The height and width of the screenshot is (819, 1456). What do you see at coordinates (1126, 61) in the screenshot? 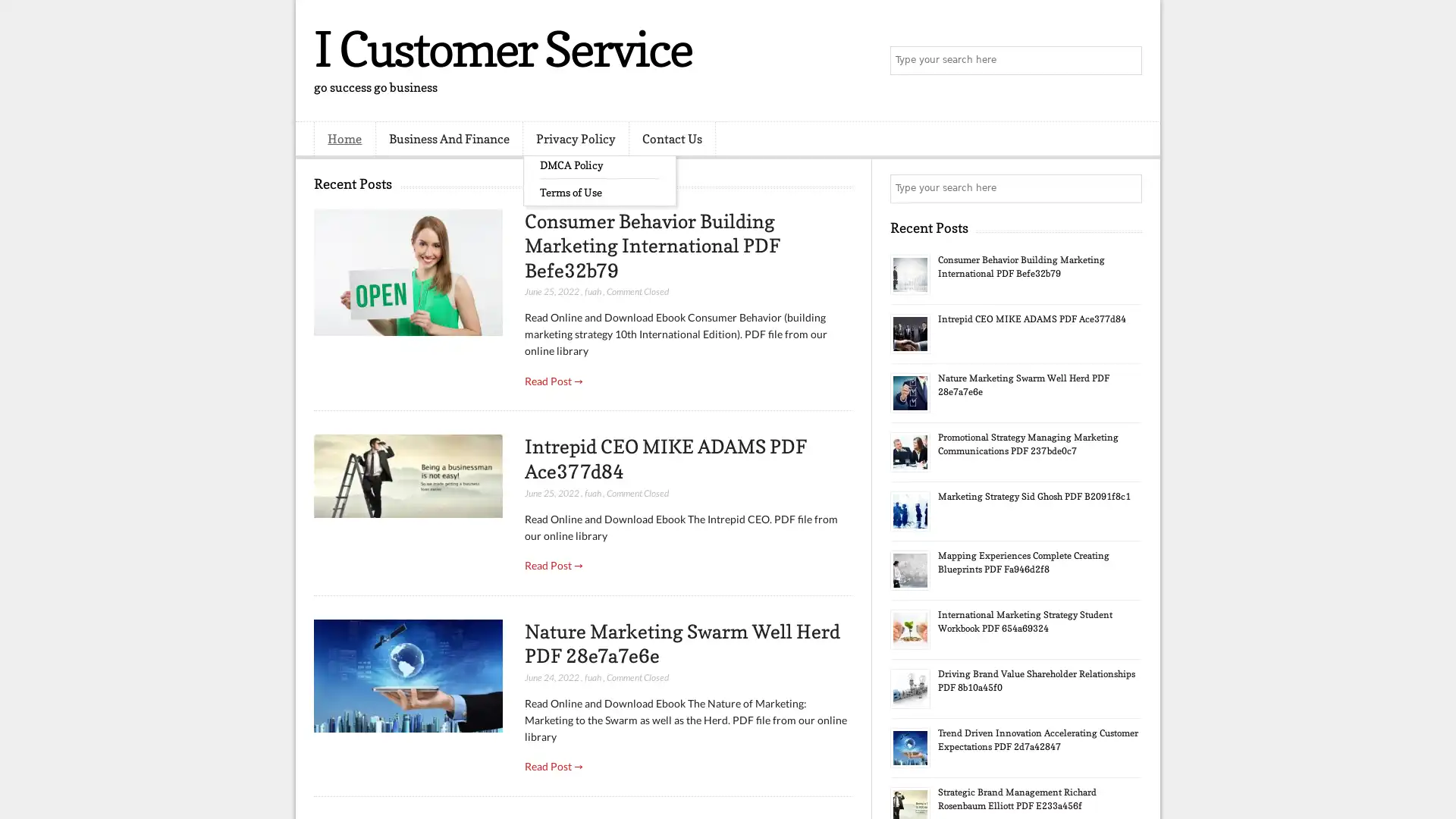
I see `Search` at bounding box center [1126, 61].